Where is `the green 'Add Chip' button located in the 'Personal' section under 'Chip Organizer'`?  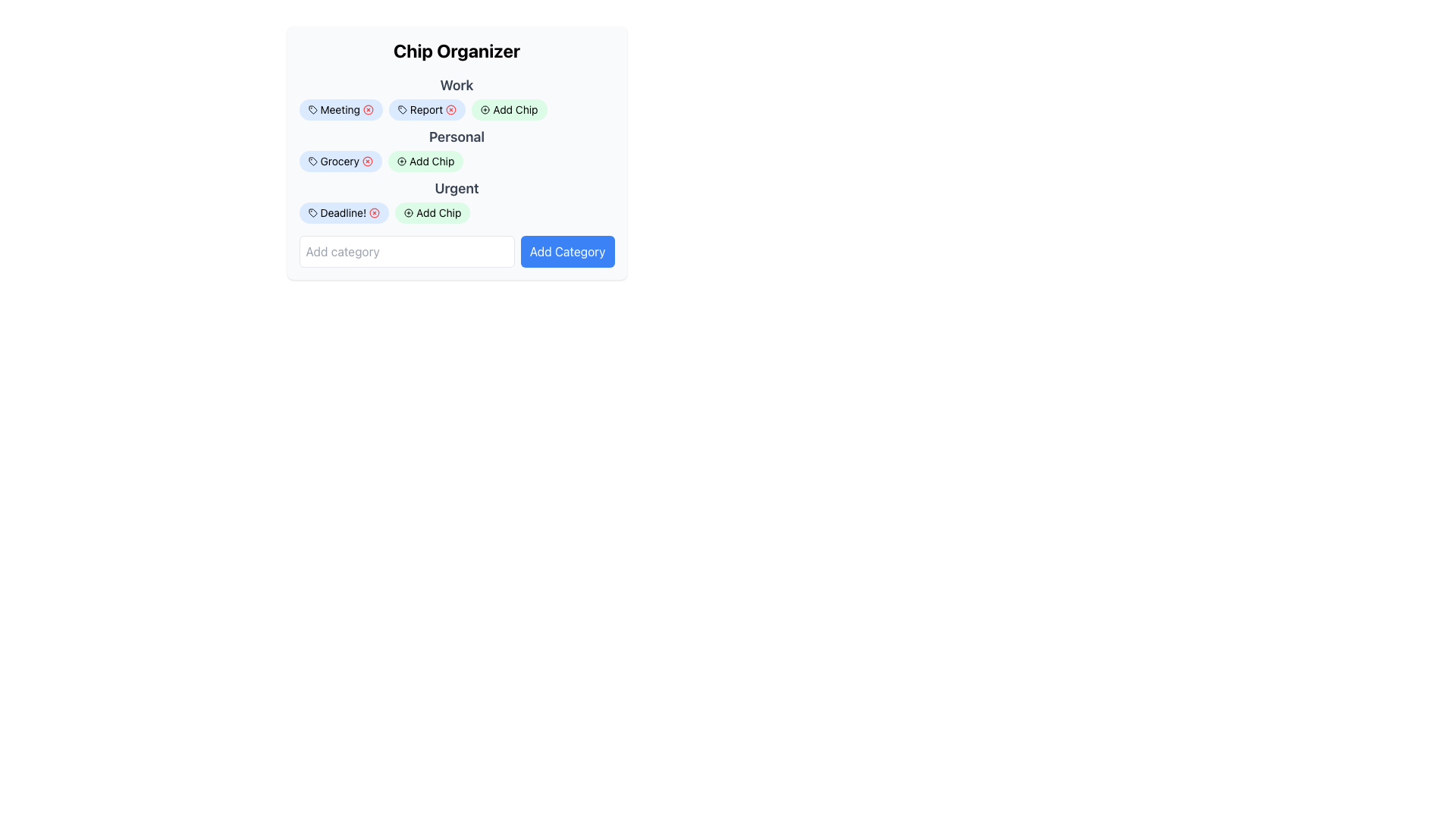
the green 'Add Chip' button located in the 'Personal' section under 'Chip Organizer' is located at coordinates (456, 152).